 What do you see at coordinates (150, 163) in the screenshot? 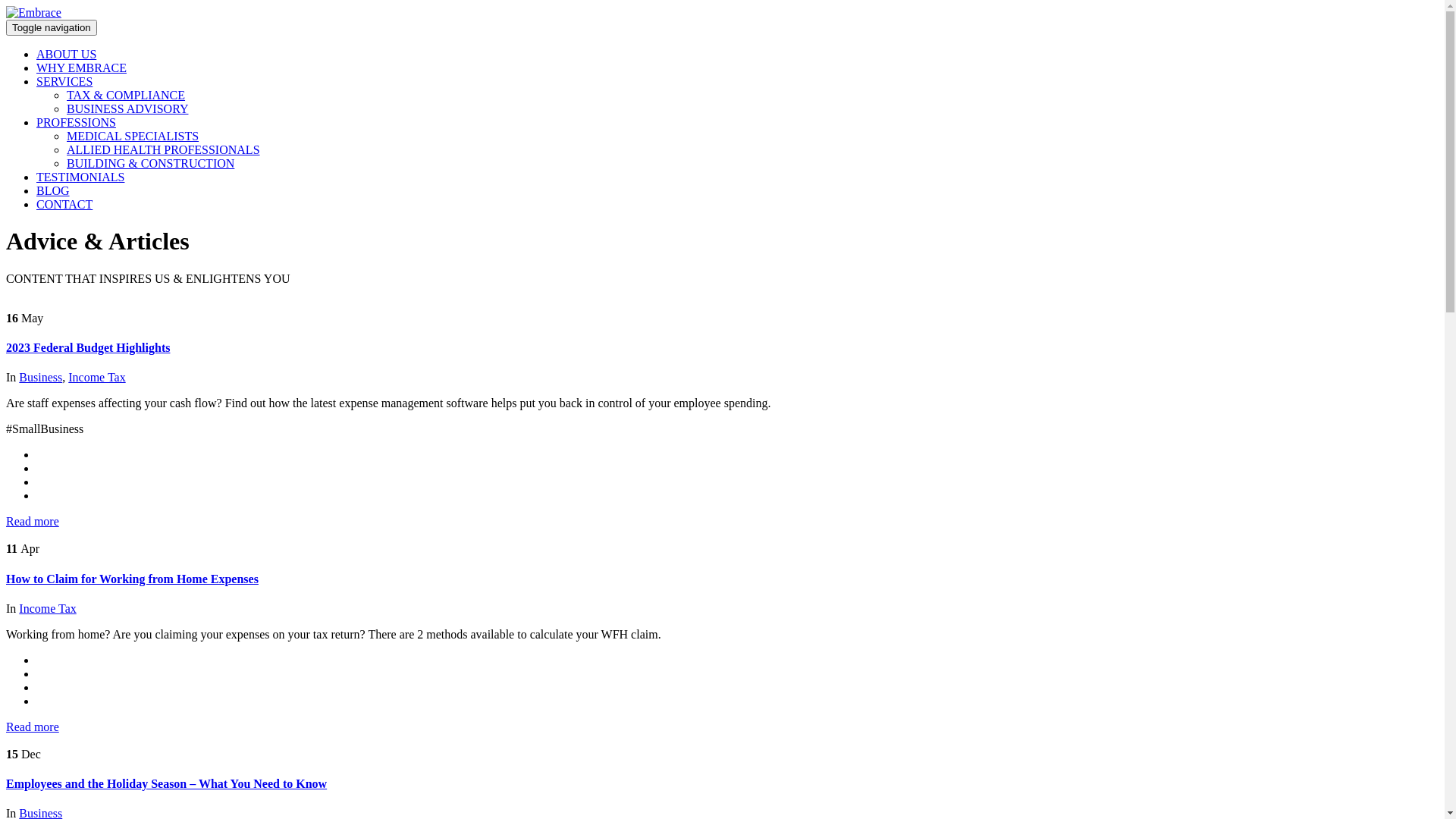
I see `'BUILDING & CONSTRUCTION'` at bounding box center [150, 163].